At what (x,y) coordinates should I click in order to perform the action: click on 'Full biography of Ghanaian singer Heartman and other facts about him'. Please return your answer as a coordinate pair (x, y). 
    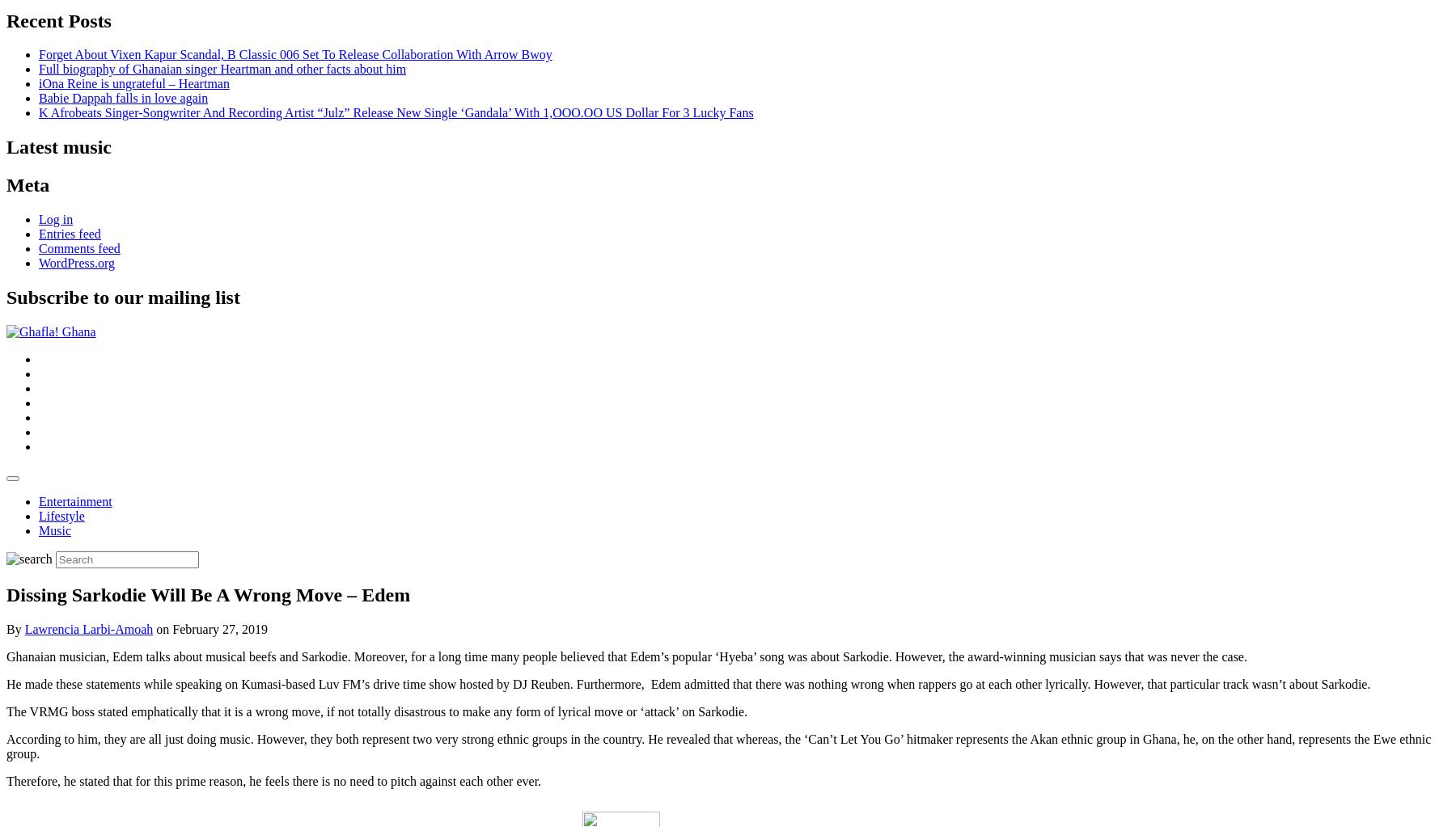
    Looking at the image, I should click on (222, 69).